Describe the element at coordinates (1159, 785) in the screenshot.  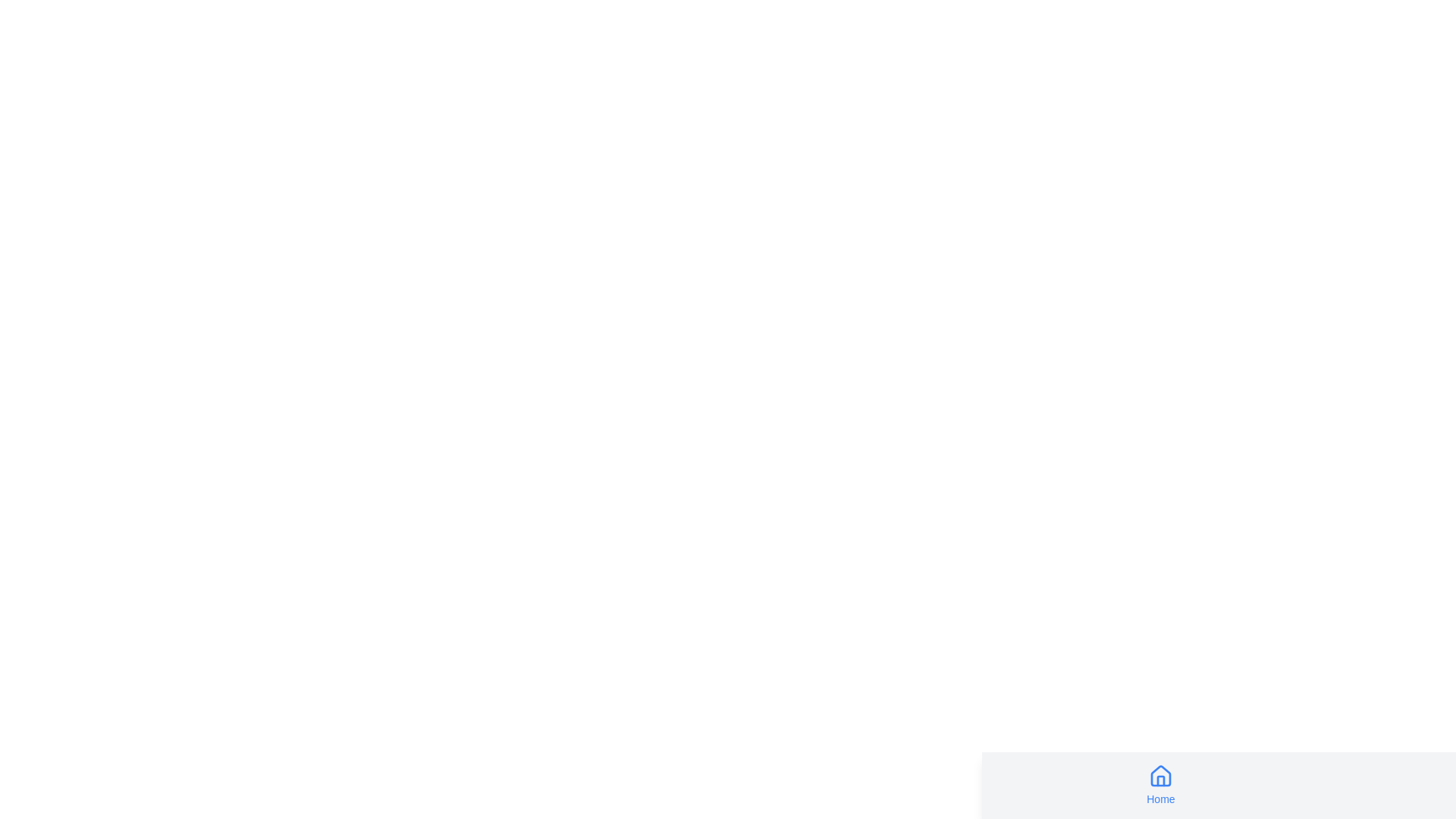
I see `the 'Home' navigation button located at the far left of the bottom navigation bar` at that location.